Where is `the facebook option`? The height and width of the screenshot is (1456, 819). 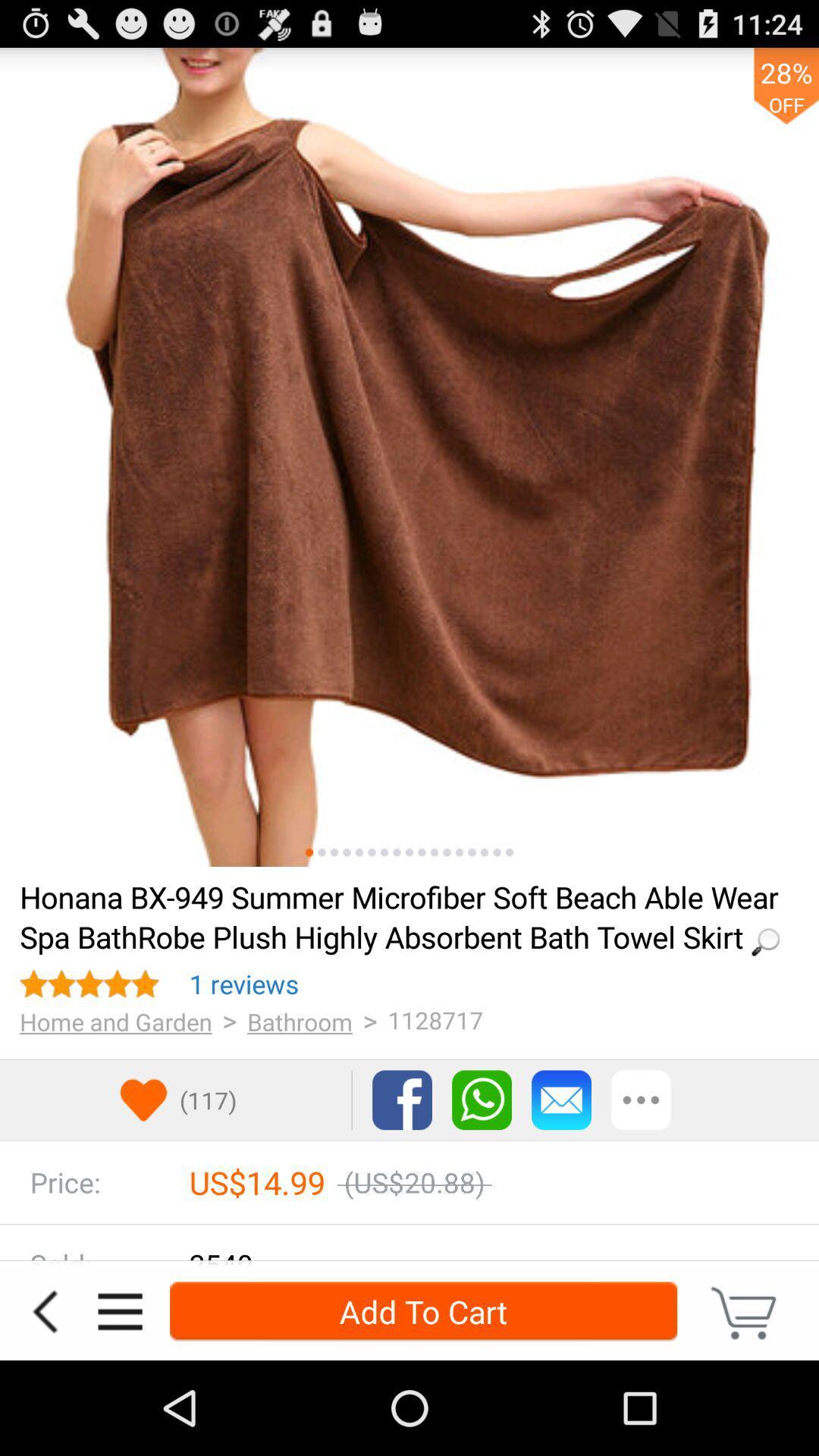
the facebook option is located at coordinates (401, 1100).